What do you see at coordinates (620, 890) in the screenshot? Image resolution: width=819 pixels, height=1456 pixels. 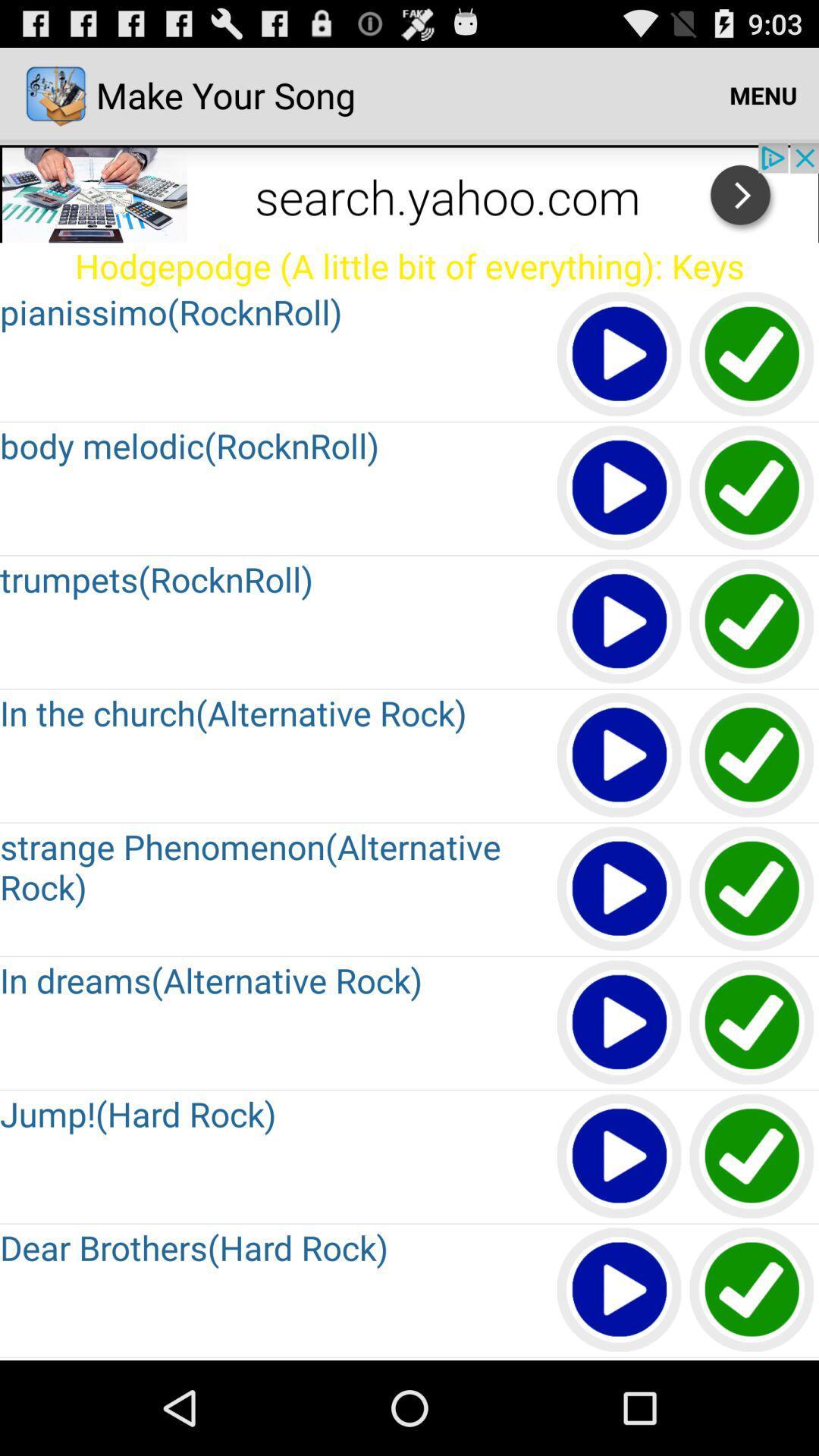 I see `option` at bounding box center [620, 890].